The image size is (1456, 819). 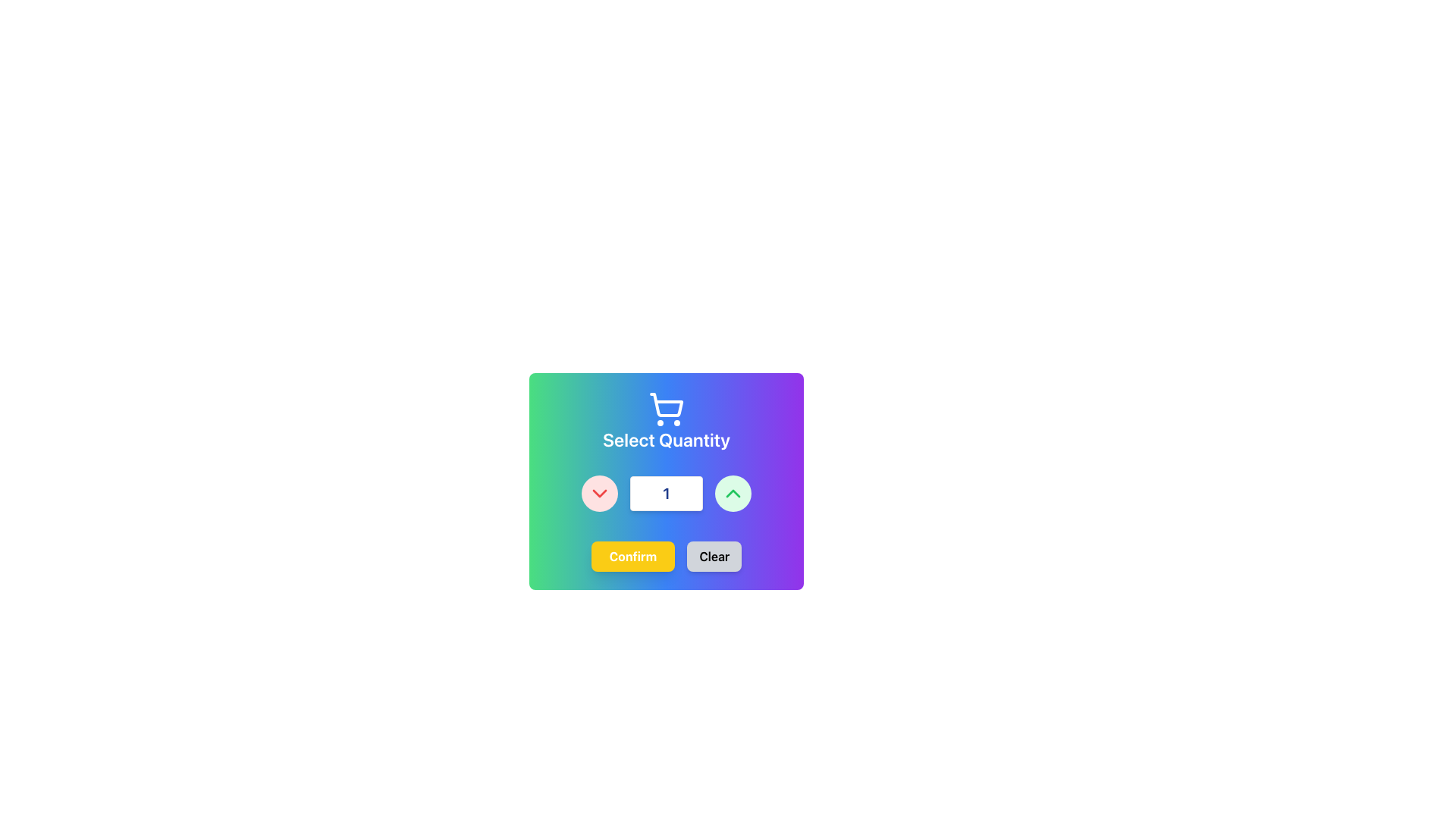 What do you see at coordinates (733, 494) in the screenshot?
I see `the increment button located on the far right of the 'Select Quantity' dialog to increase the numeric value displayed in the central text field` at bounding box center [733, 494].